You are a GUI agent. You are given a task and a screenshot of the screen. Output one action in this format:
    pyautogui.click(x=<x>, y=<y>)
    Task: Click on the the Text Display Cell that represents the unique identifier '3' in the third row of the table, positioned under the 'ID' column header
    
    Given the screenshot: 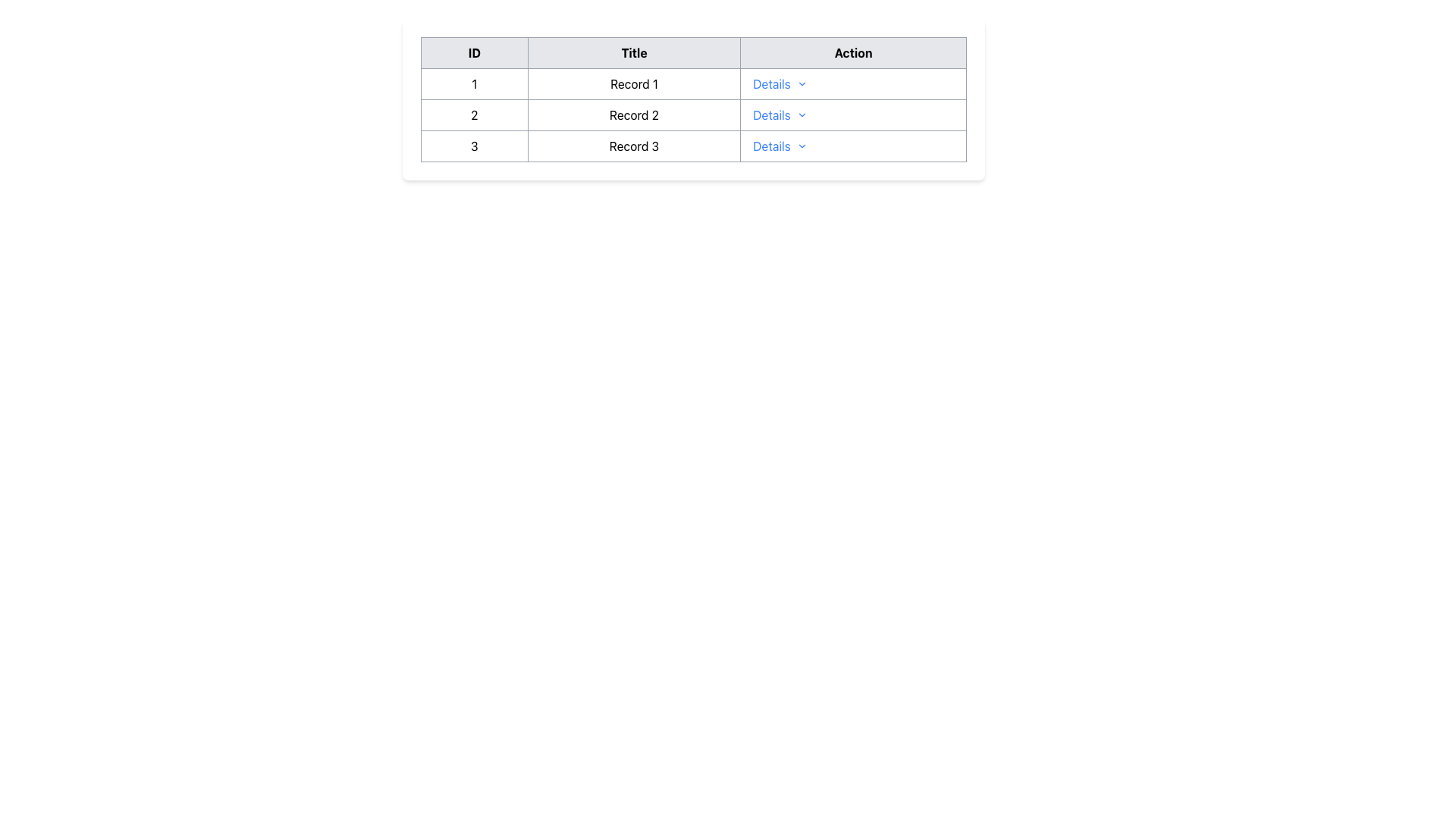 What is the action you would take?
    pyautogui.click(x=473, y=146)
    